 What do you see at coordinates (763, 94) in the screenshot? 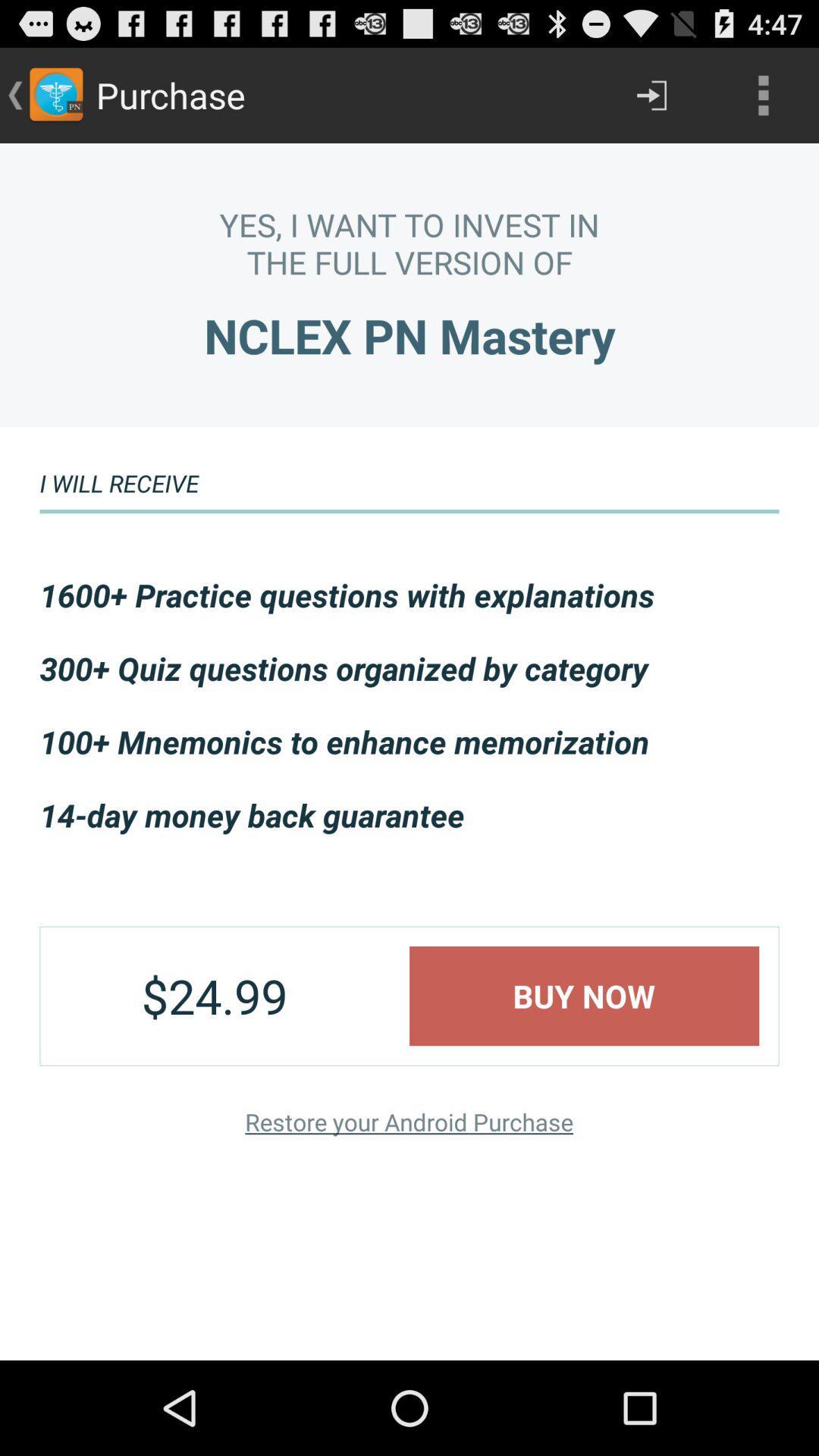
I see `the app above the yes i want icon` at bounding box center [763, 94].